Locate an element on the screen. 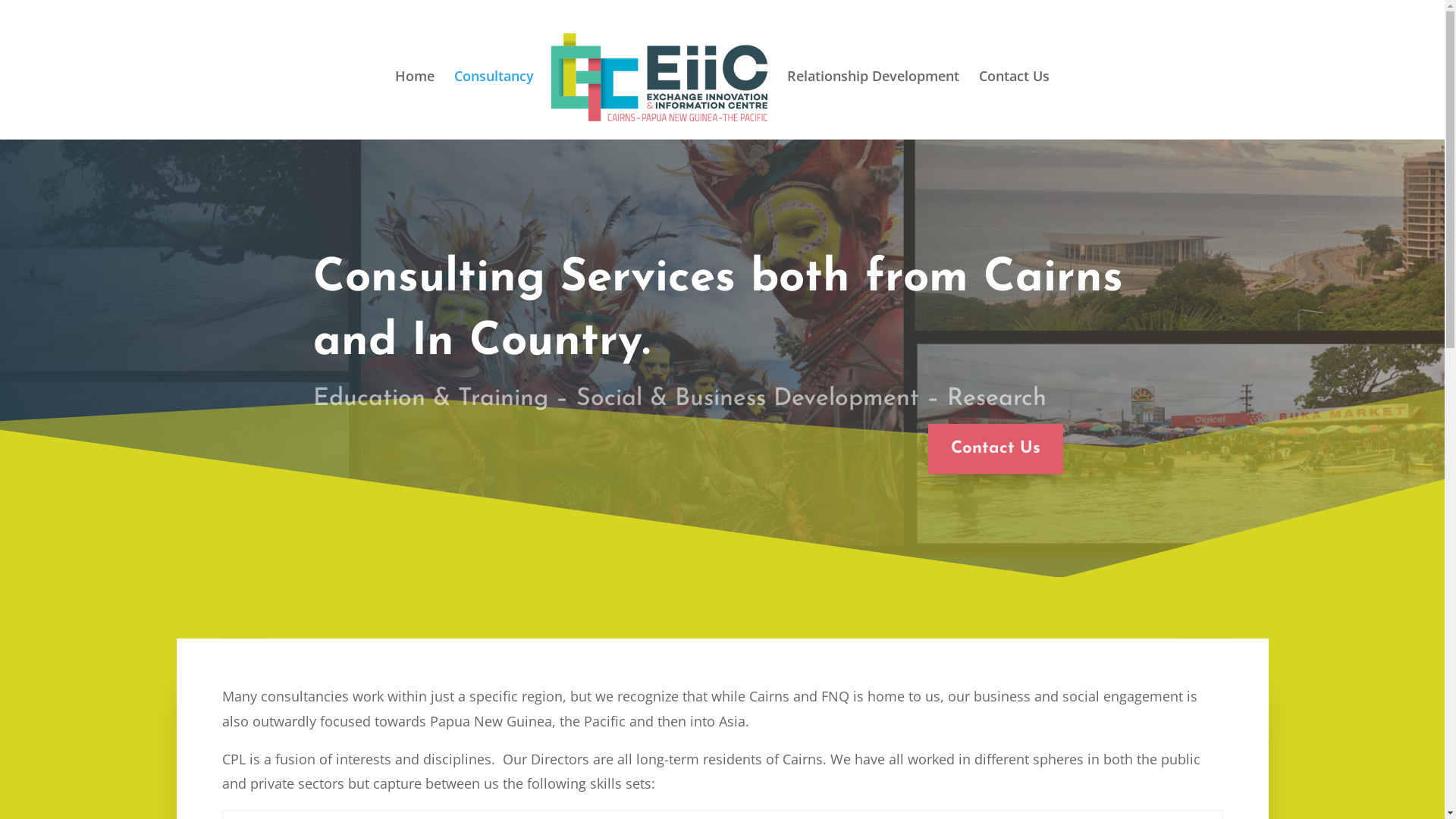  'Relationship Development' is located at coordinates (873, 97).